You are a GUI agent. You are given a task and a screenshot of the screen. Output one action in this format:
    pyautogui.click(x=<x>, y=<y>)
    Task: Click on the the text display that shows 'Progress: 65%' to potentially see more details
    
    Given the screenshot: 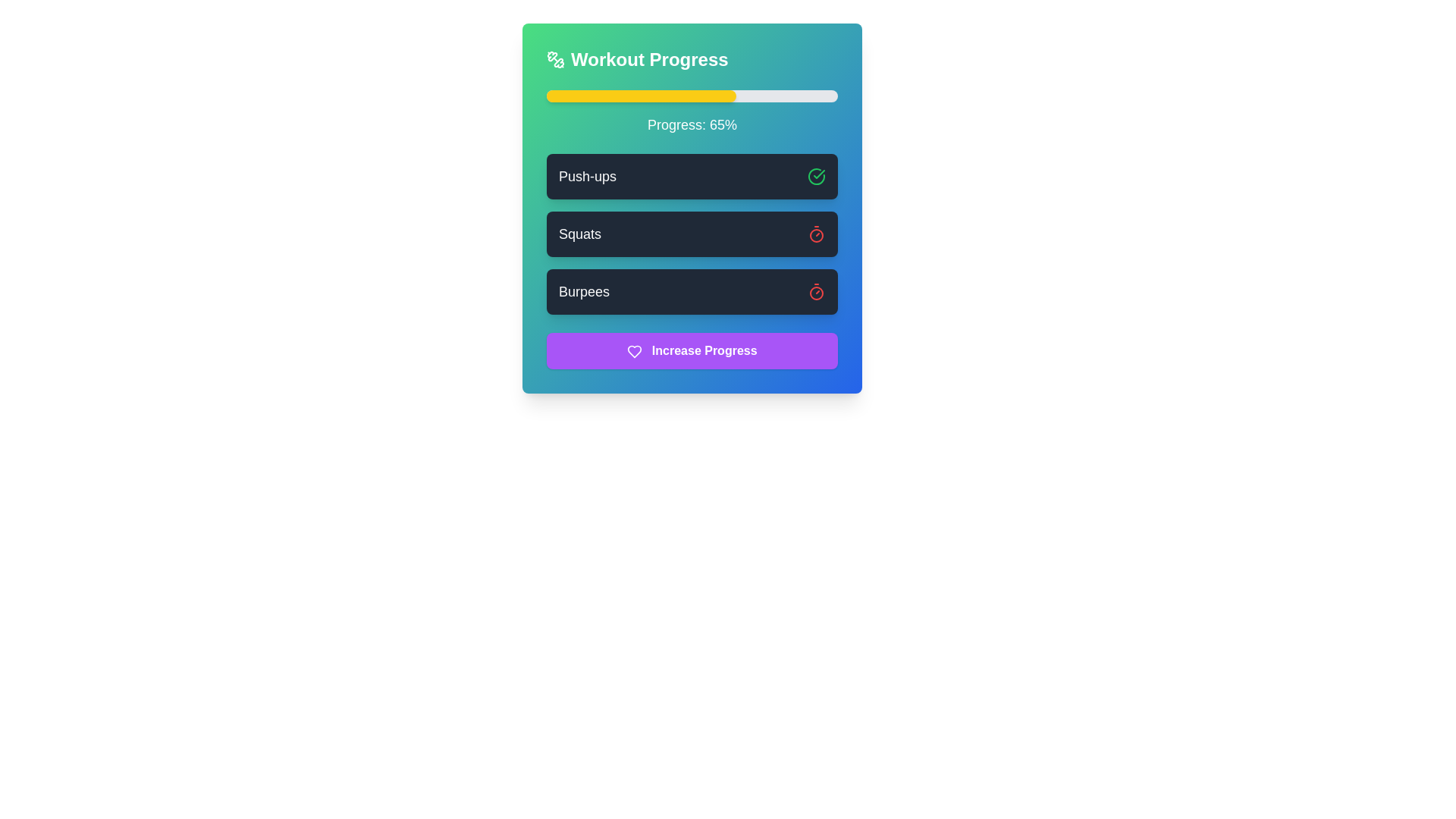 What is the action you would take?
    pyautogui.click(x=691, y=124)
    